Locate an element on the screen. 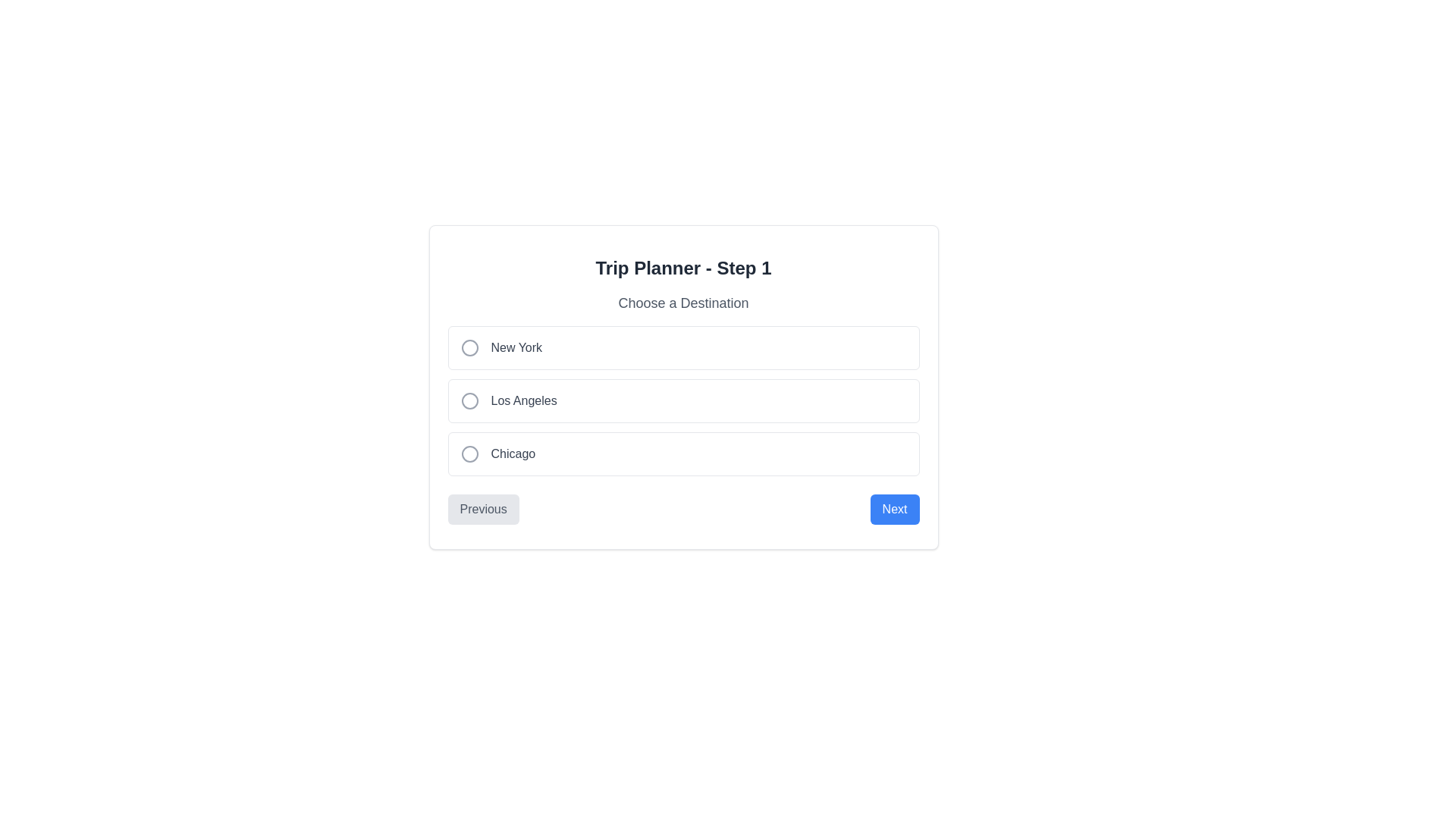  the 'Previous' button located at the bottom left of the form is located at coordinates (482, 509).